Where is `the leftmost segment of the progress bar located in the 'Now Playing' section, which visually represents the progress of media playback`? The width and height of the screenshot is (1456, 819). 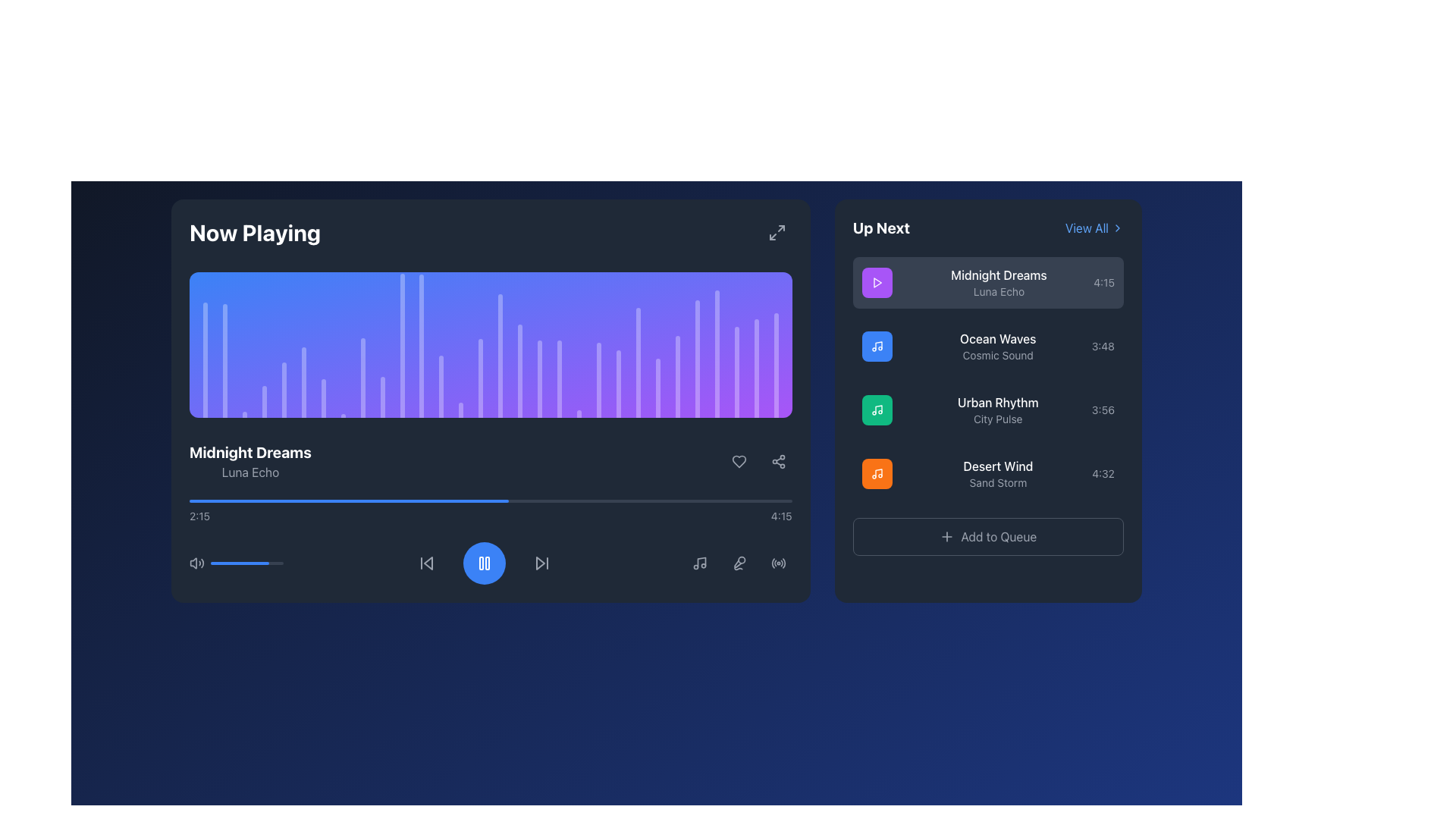 the leftmost segment of the progress bar located in the 'Now Playing' section, which visually represents the progress of media playback is located at coordinates (348, 500).